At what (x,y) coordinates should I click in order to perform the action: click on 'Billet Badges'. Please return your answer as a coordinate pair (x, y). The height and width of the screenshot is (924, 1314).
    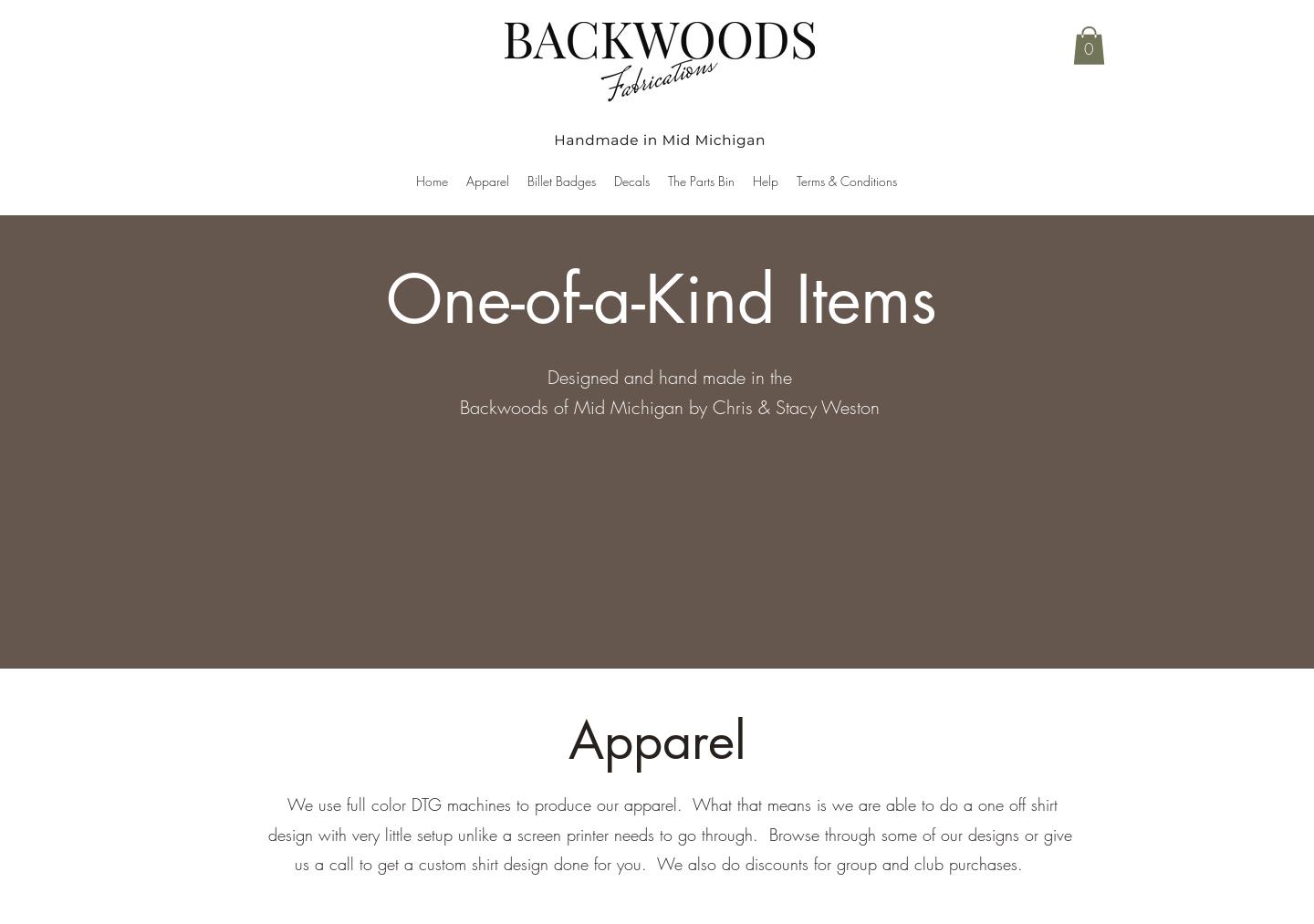
    Looking at the image, I should click on (559, 181).